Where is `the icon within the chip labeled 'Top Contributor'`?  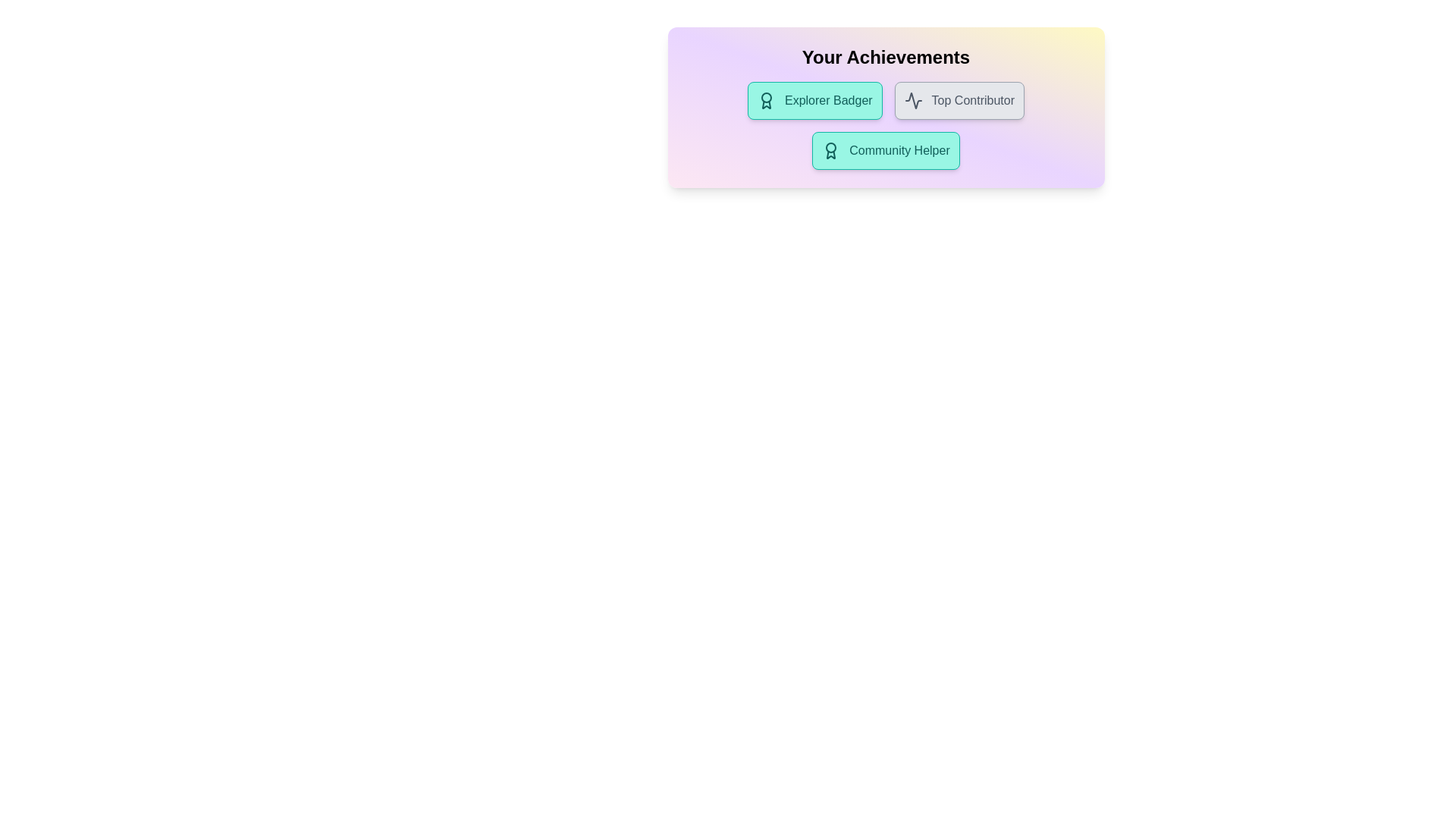 the icon within the chip labeled 'Top Contributor' is located at coordinates (912, 100).